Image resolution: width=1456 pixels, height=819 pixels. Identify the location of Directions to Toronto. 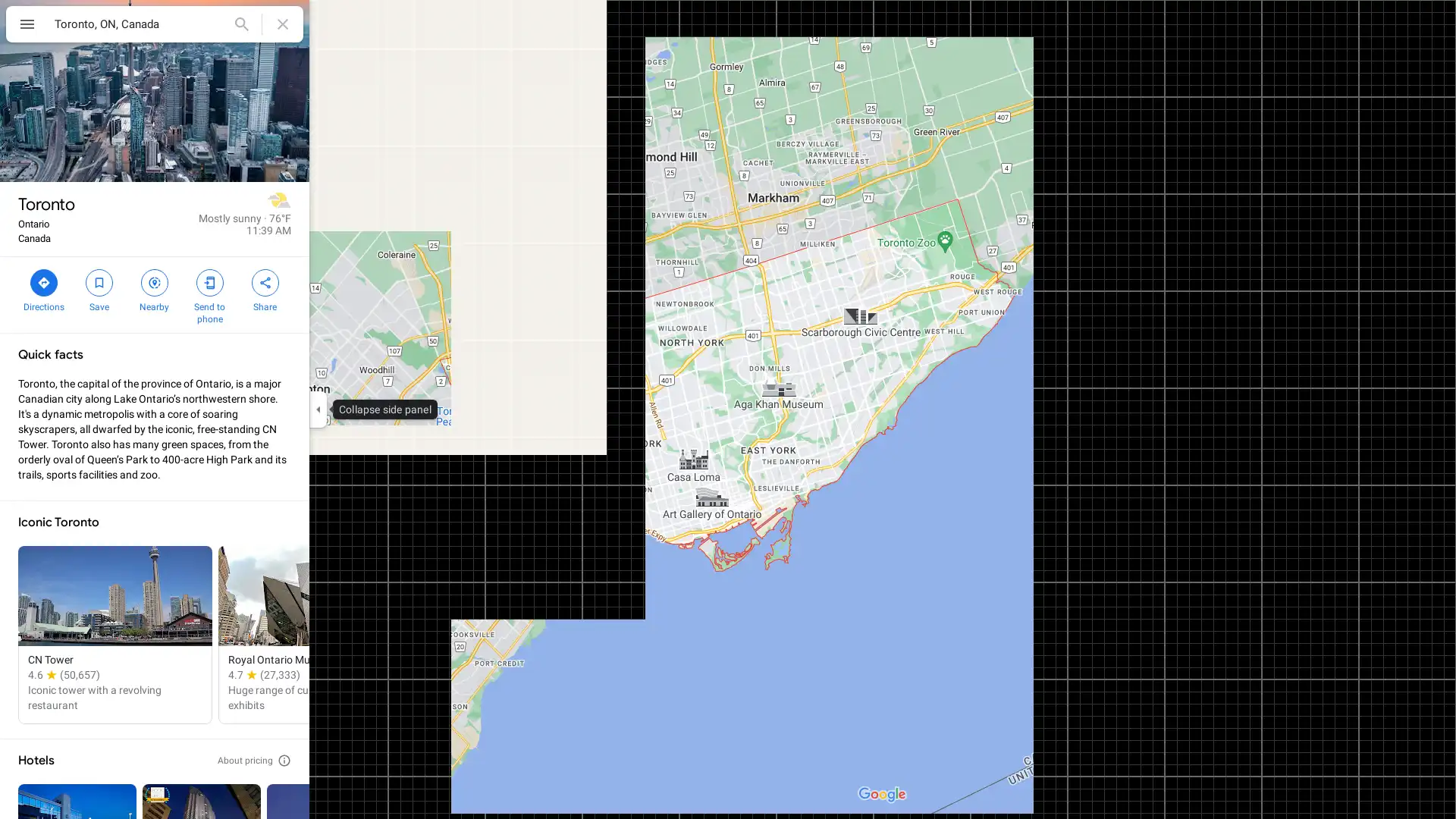
(43, 289).